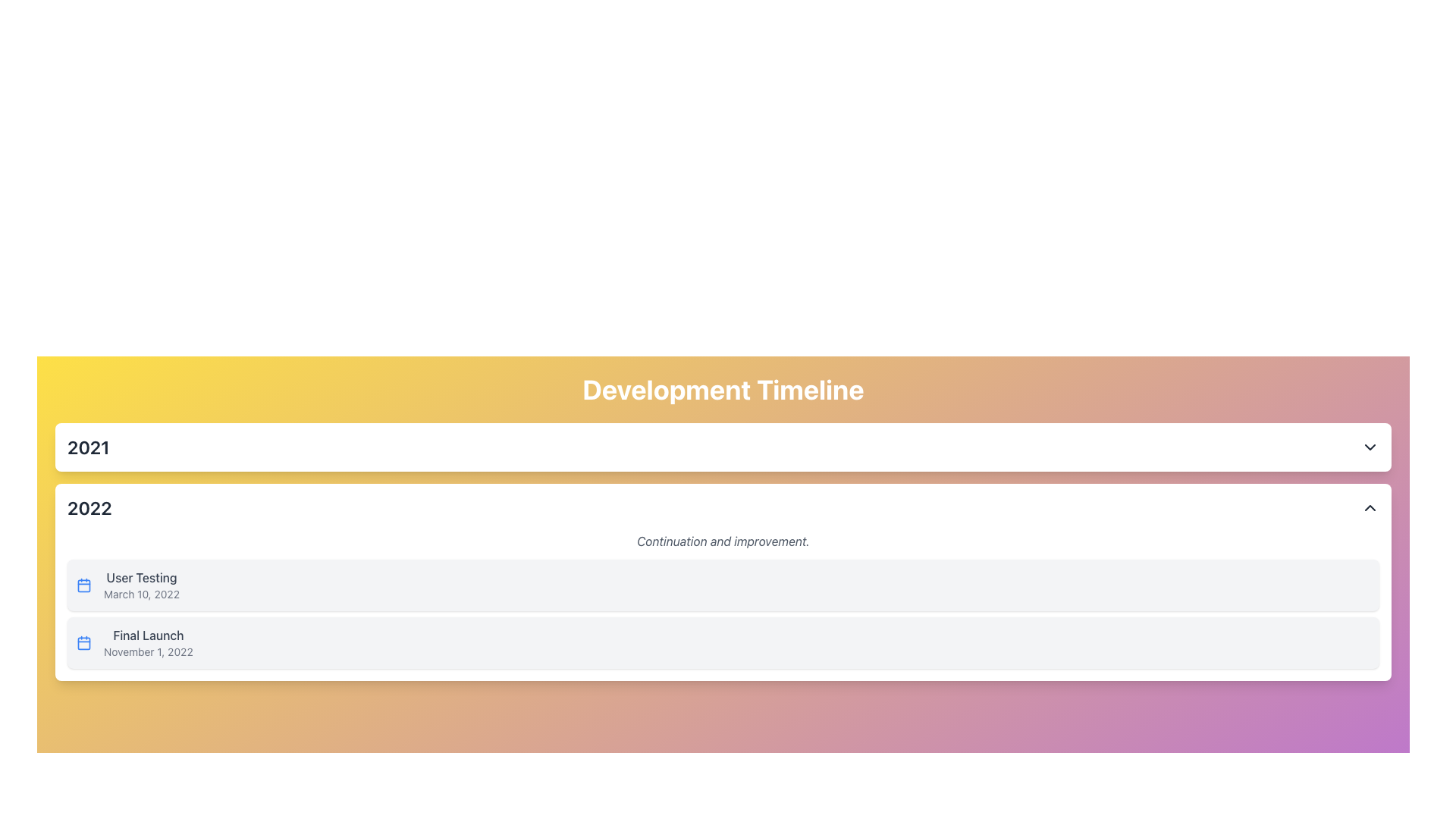 This screenshot has width=1456, height=819. I want to click on visual styling of the Text label displaying the date for the 'Final Launch' event, located below the 'Final Launch' text in the '2022' section of the timeline, so click(148, 651).